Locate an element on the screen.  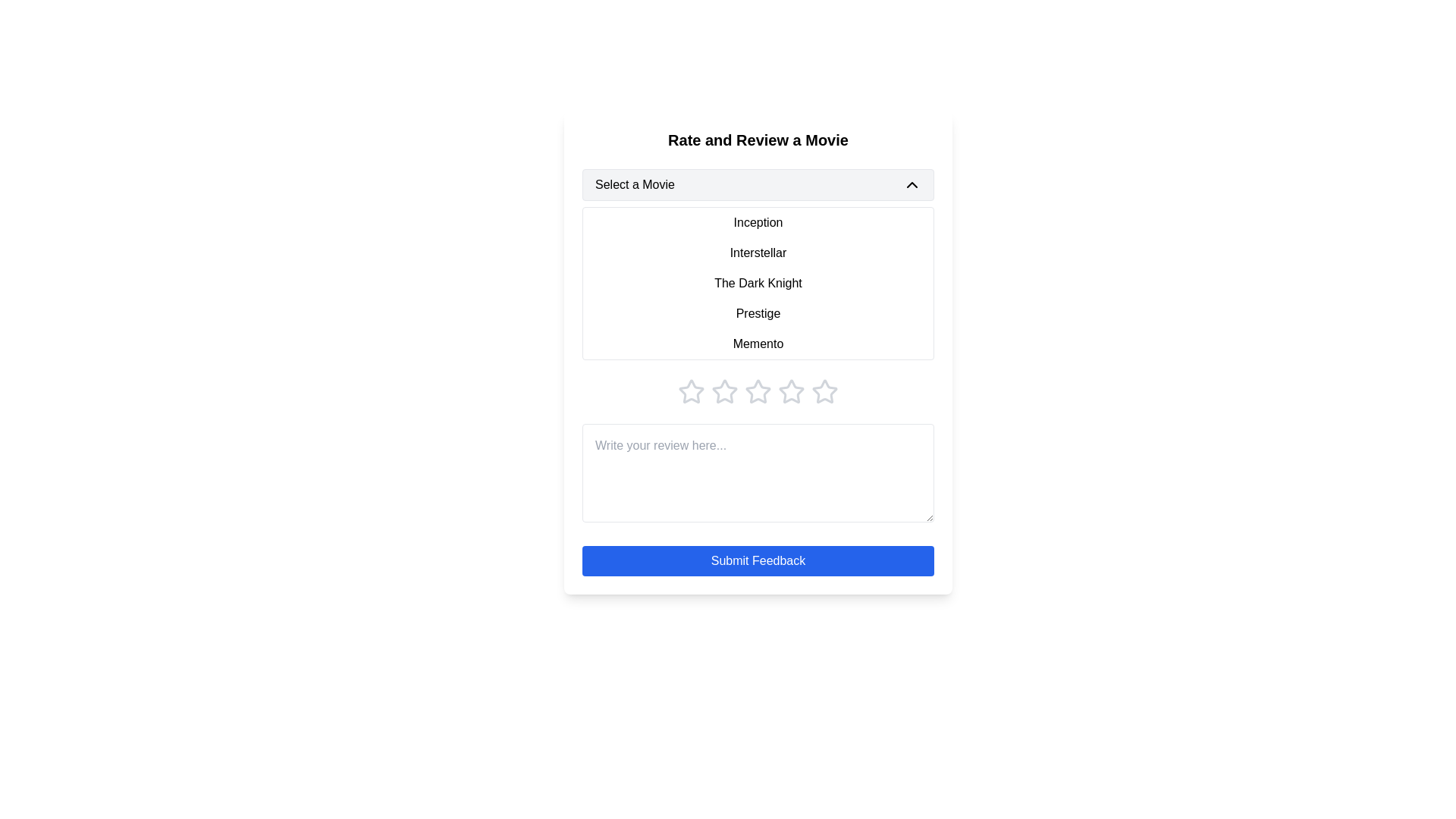
the 'Submit Feedback' button, which is a rectangular button with a bold blue background and white text, located at the bottom of the form interface is located at coordinates (758, 561).